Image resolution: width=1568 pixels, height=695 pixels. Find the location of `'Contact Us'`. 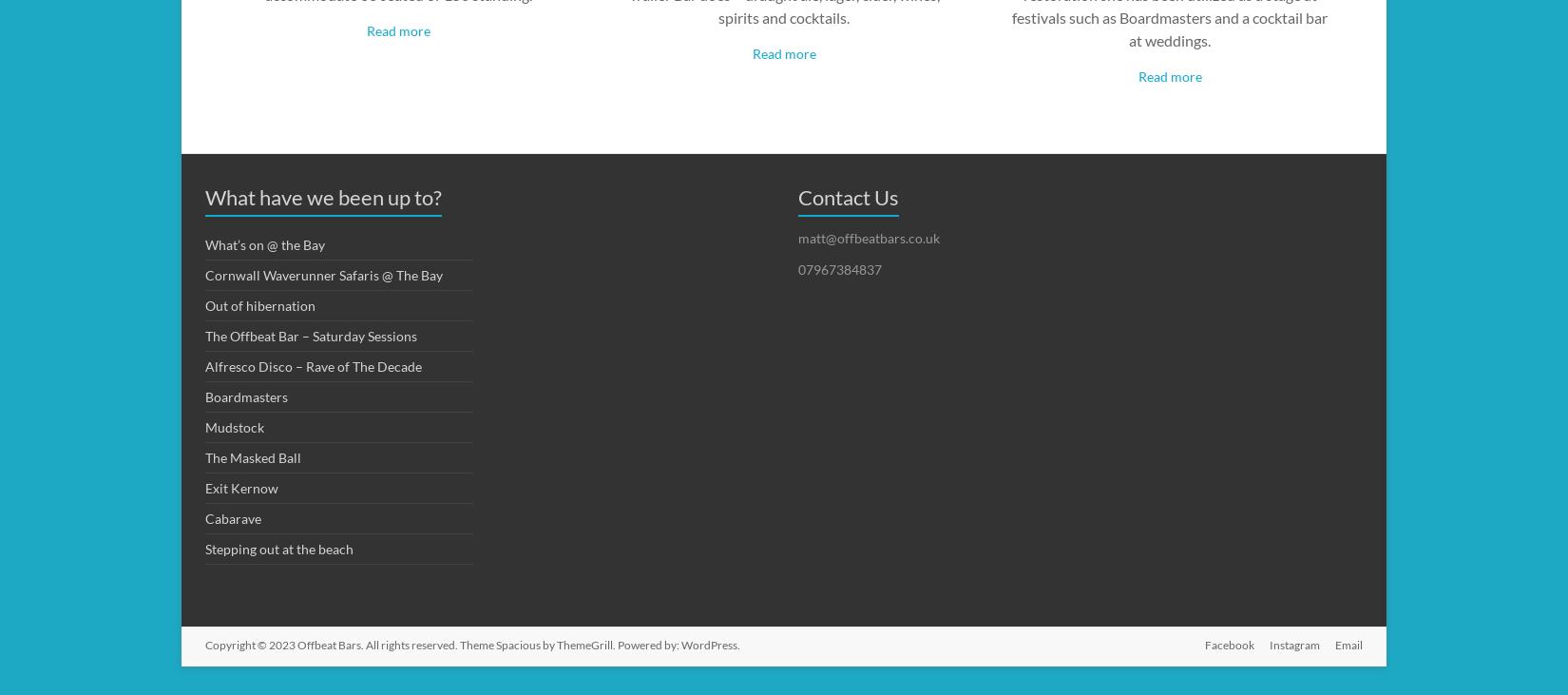

'Contact Us' is located at coordinates (848, 196).